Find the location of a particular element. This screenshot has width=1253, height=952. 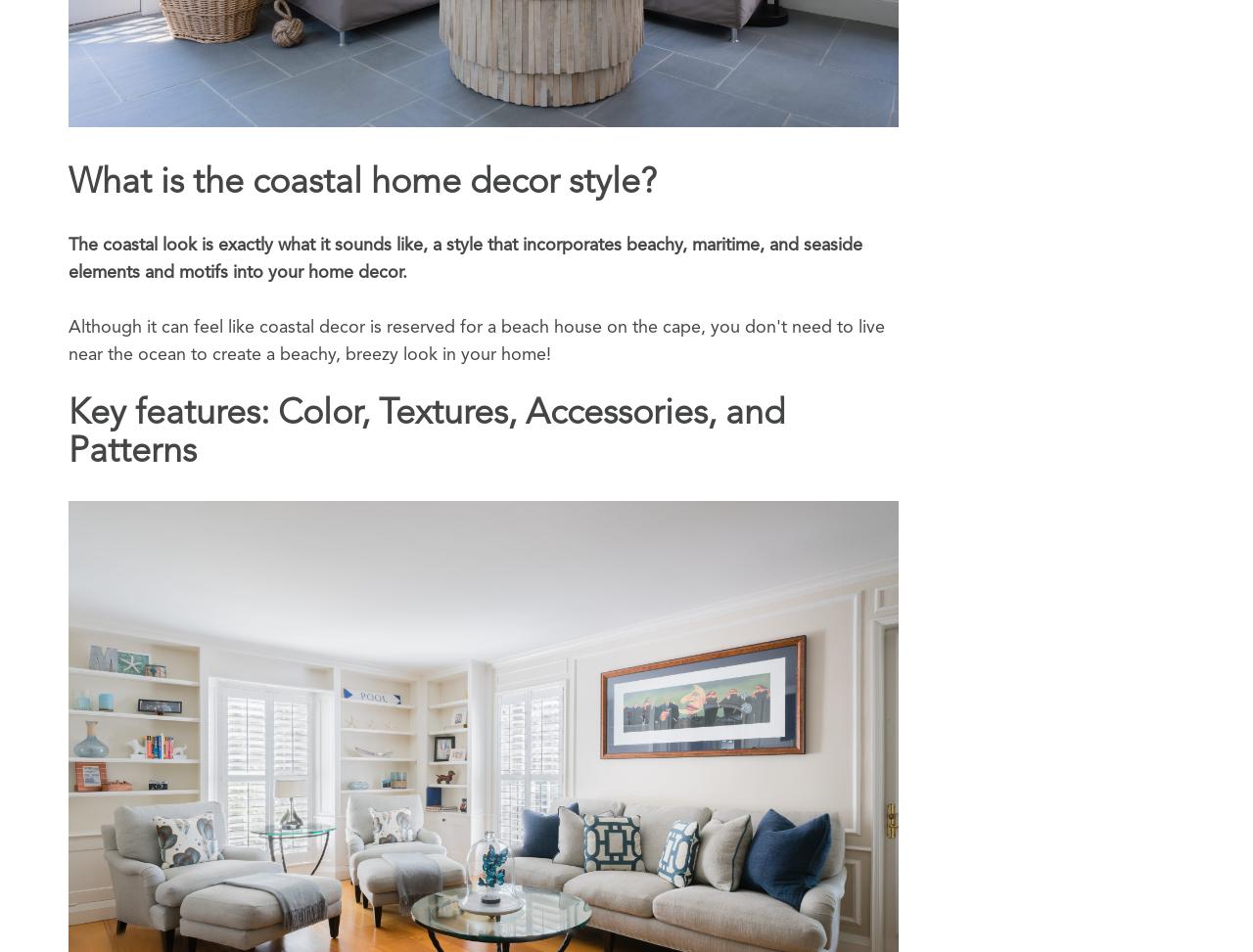

'Connect & Share' is located at coordinates (764, 932).